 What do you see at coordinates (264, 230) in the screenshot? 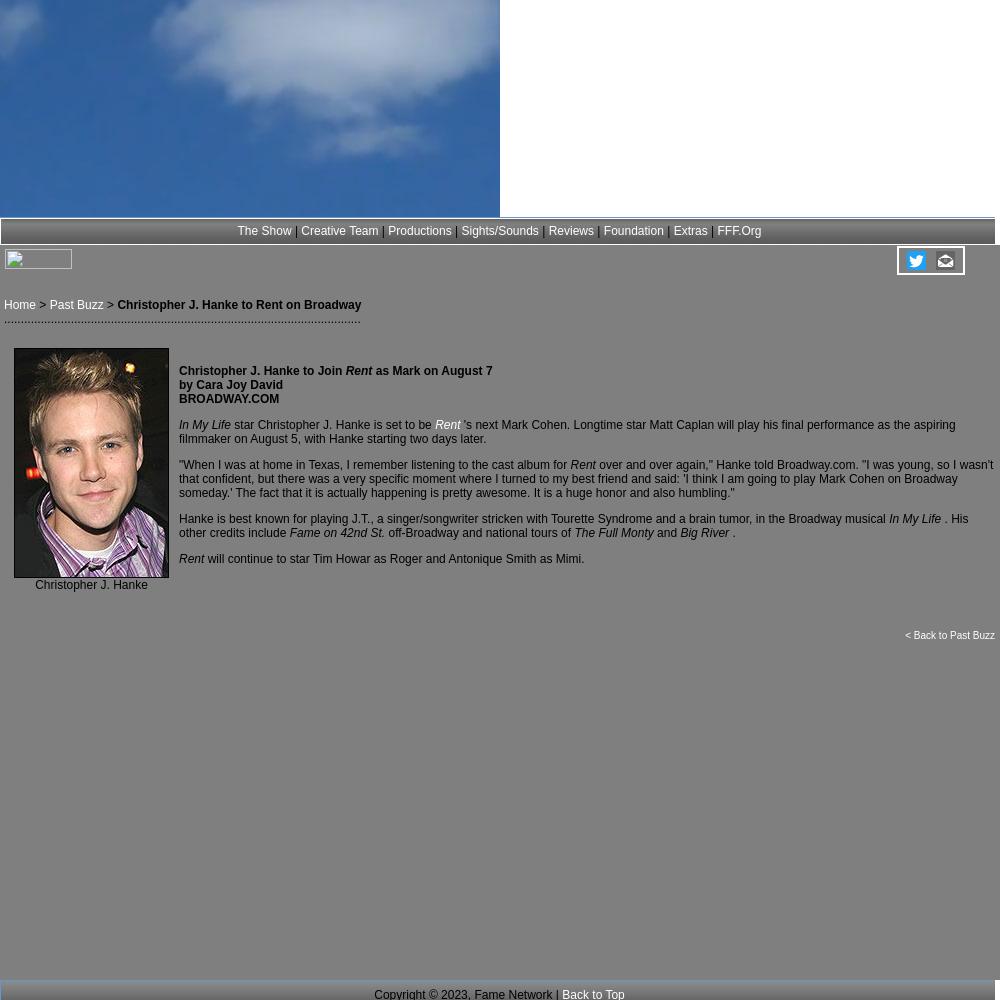
I see `'The Show'` at bounding box center [264, 230].